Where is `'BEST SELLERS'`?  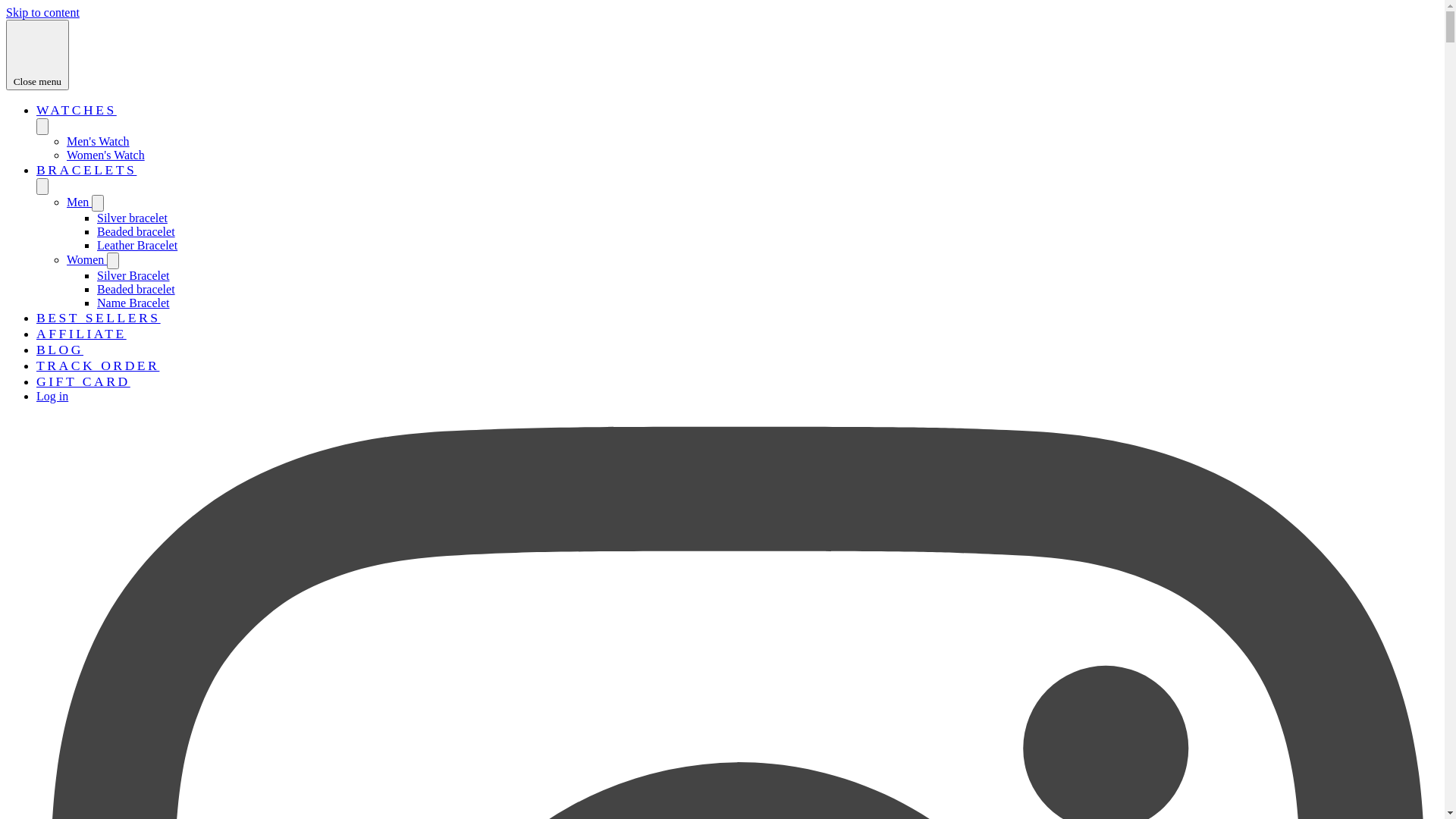 'BEST SELLERS' is located at coordinates (97, 317).